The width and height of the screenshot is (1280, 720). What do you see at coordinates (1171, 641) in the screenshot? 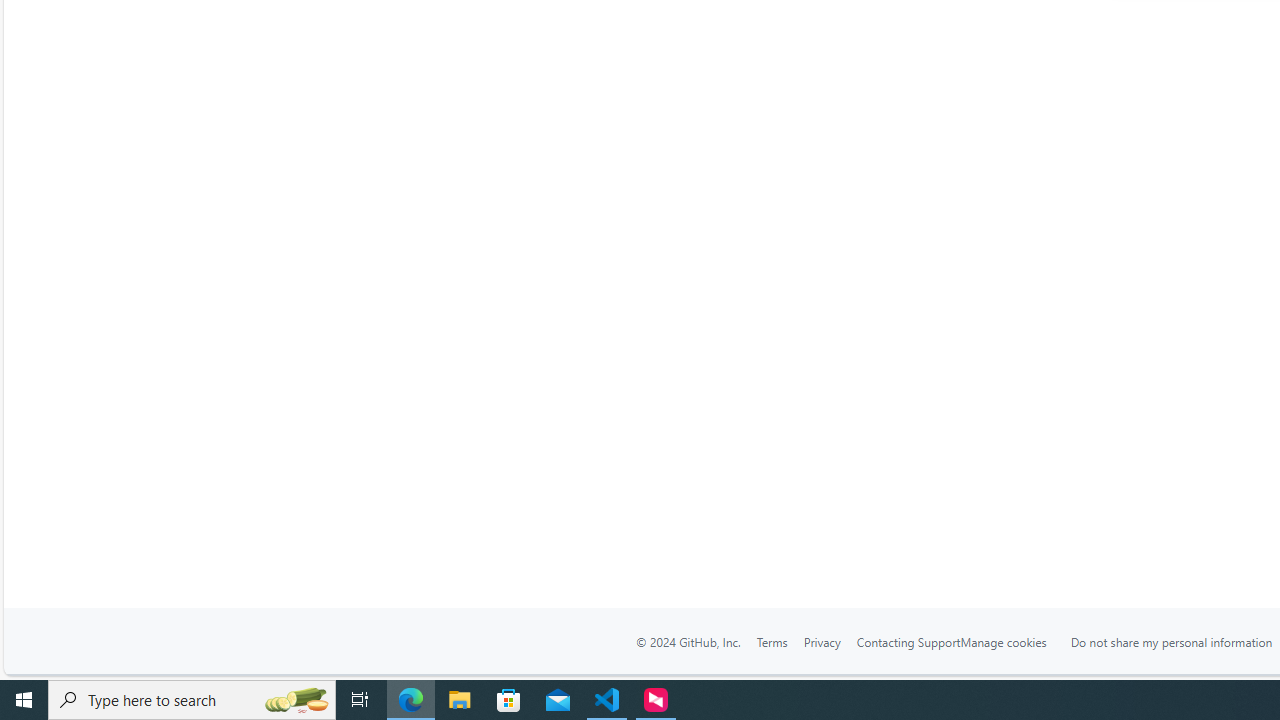
I see `'Do not share my personal information'` at bounding box center [1171, 641].